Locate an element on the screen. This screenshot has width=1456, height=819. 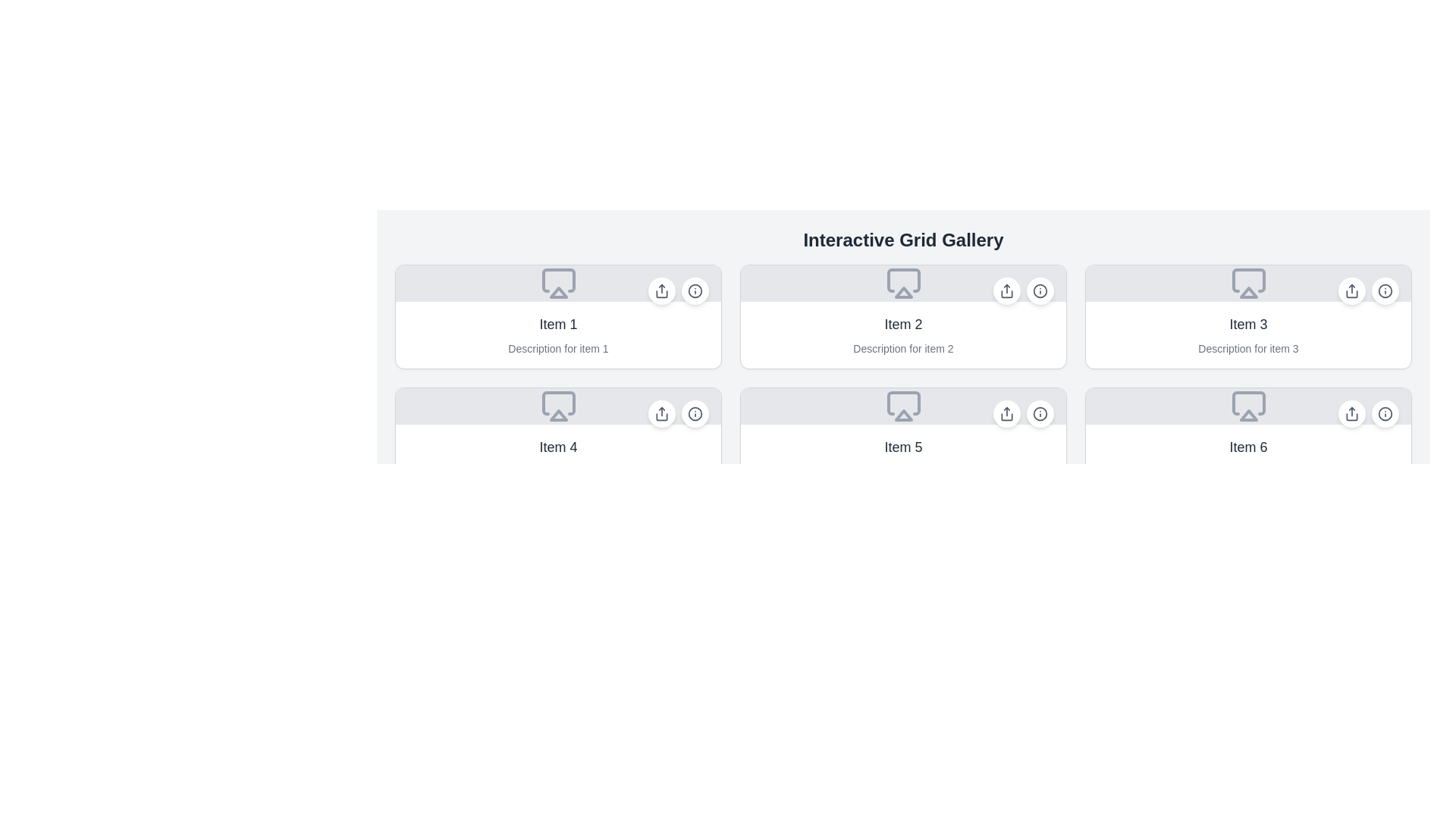
the SVG icon resembling a computer monitor, located in the top group of icons in the third cell of a 2x3 grid layout labeled 'Item 3'. The icon is styled with a grey color scheme indicating a disabled state is located at coordinates (1248, 284).